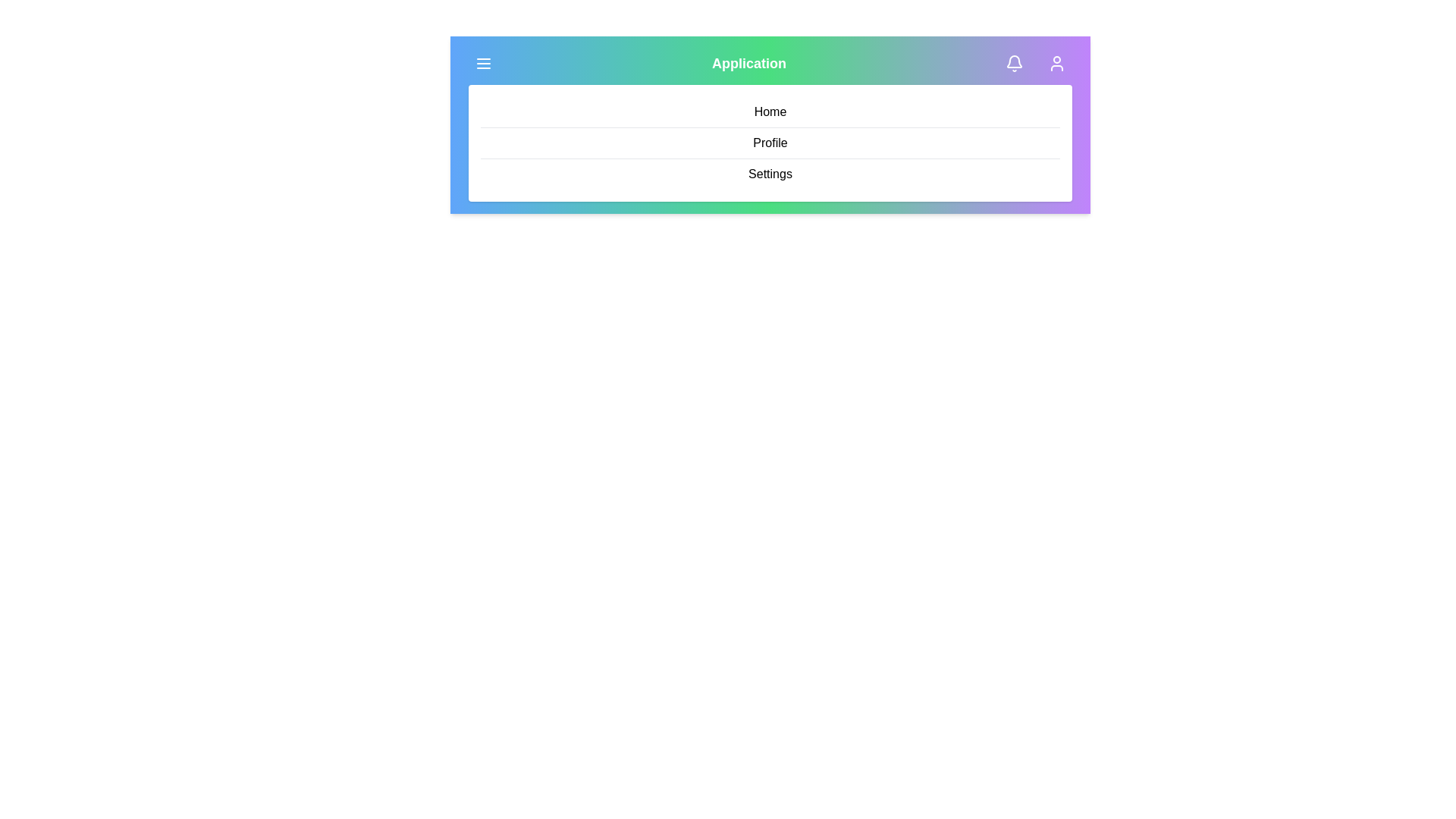 The height and width of the screenshot is (819, 1456). Describe the element at coordinates (770, 143) in the screenshot. I see `the menu item Profile from the options Home, Profile, and Settings` at that location.